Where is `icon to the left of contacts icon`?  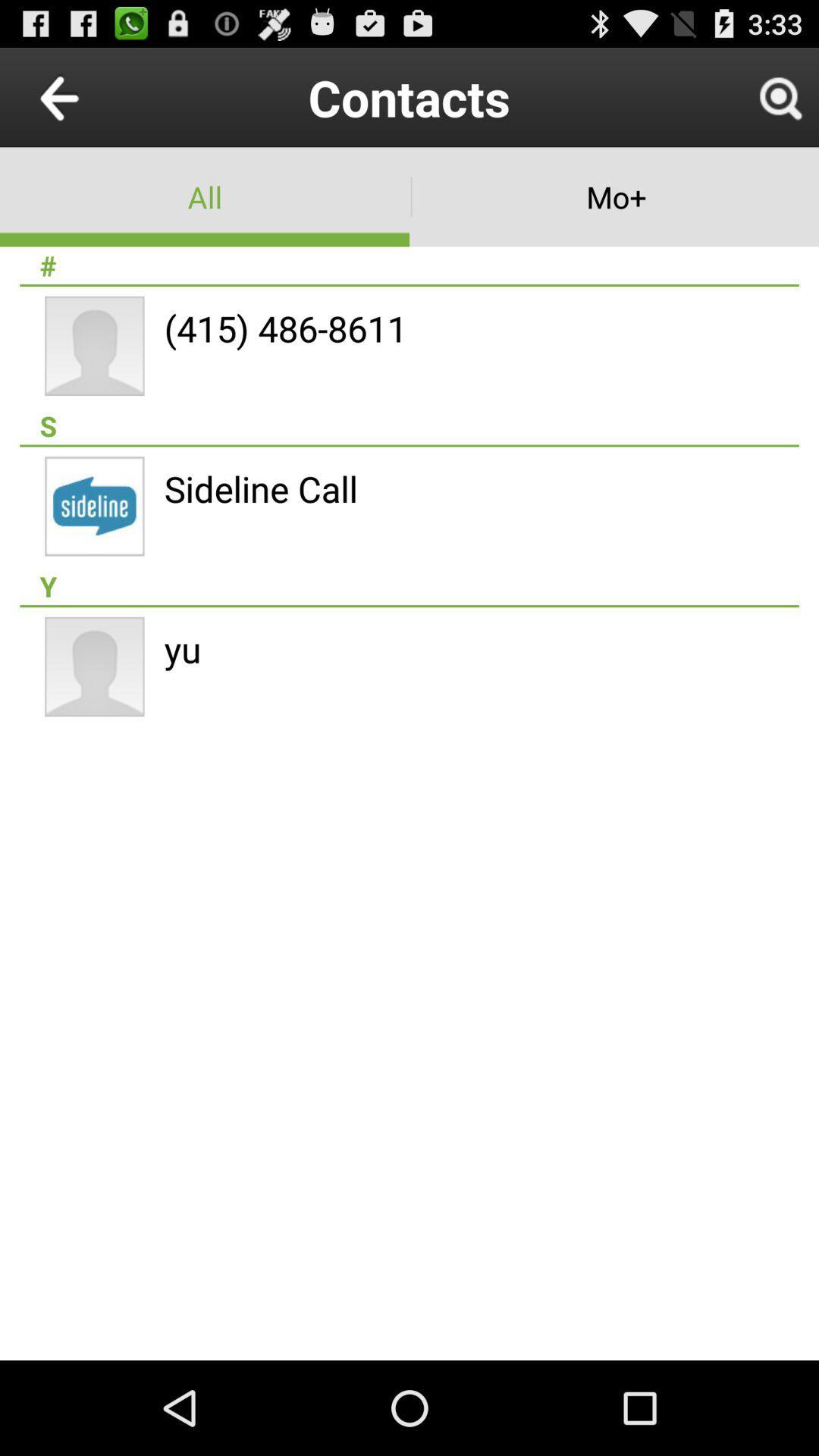
icon to the left of contacts icon is located at coordinates (94, 96).